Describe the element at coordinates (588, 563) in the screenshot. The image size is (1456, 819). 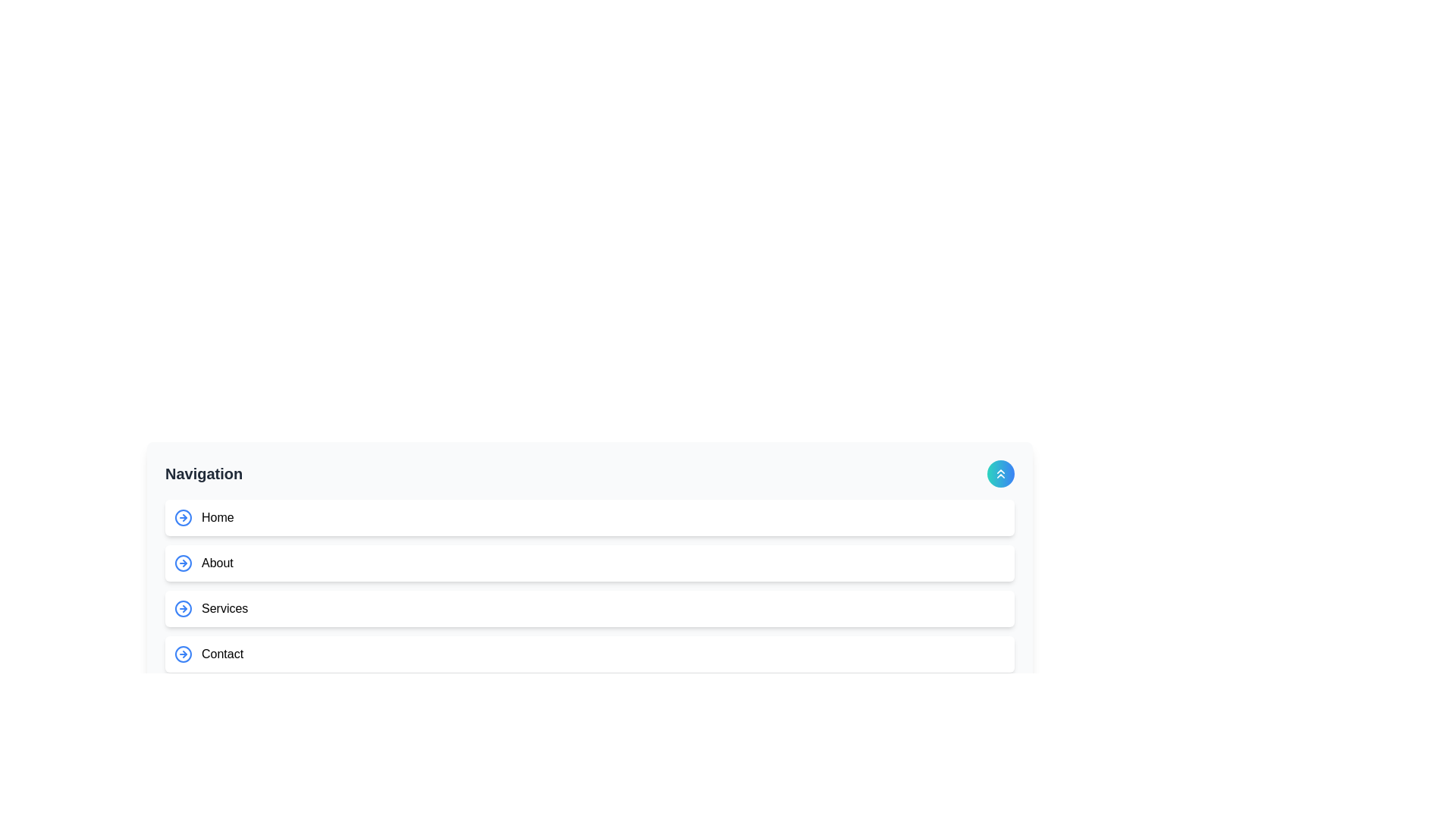
I see `the 'About' button, which is the second item in a vertical menu list, located between 'Home' and 'Services'` at that location.